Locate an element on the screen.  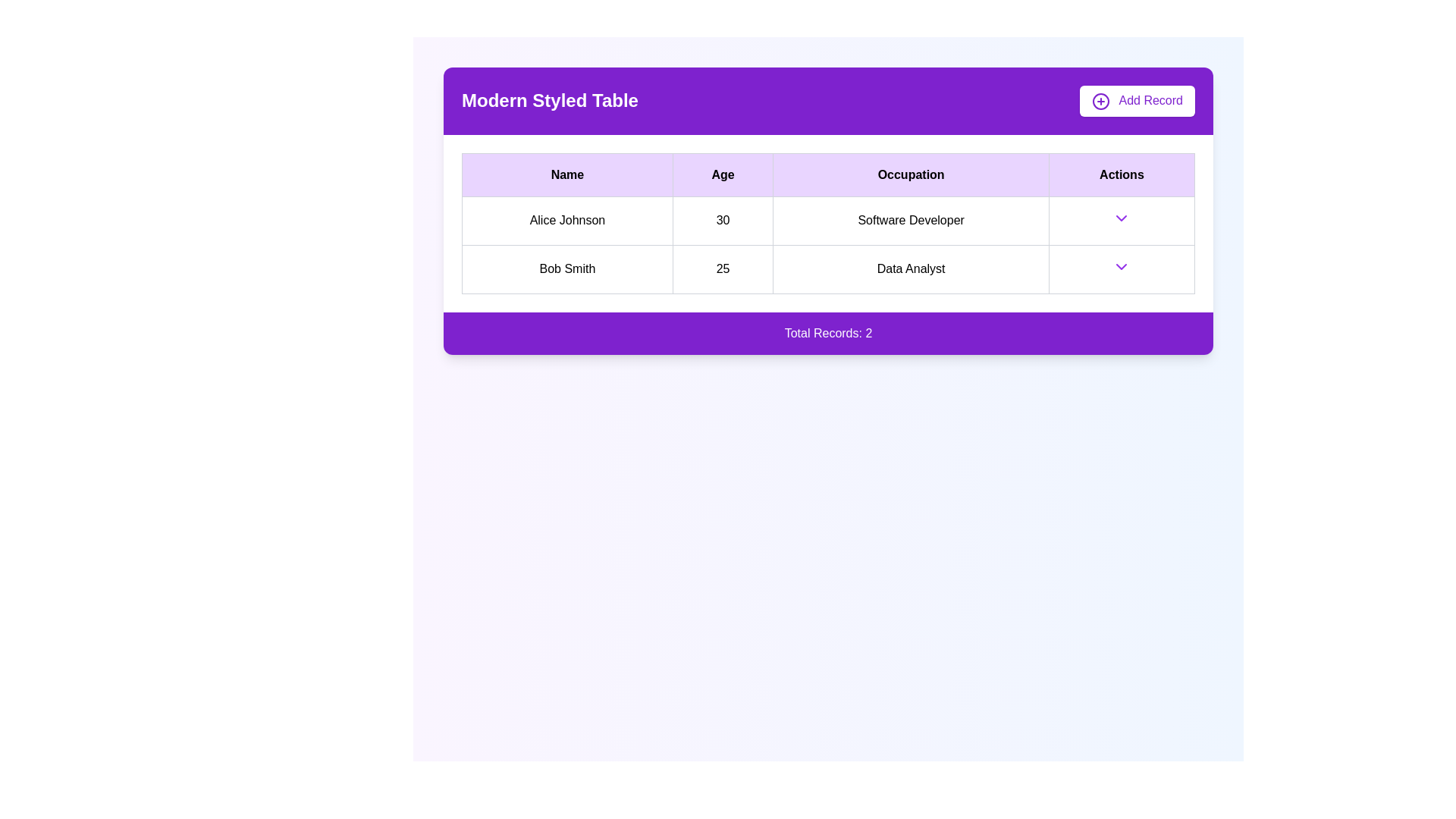
the bold, large-font text label 'Modern Styled Table' displayed on a purple background bar, located near the center of the left side of the header bar is located at coordinates (549, 101).